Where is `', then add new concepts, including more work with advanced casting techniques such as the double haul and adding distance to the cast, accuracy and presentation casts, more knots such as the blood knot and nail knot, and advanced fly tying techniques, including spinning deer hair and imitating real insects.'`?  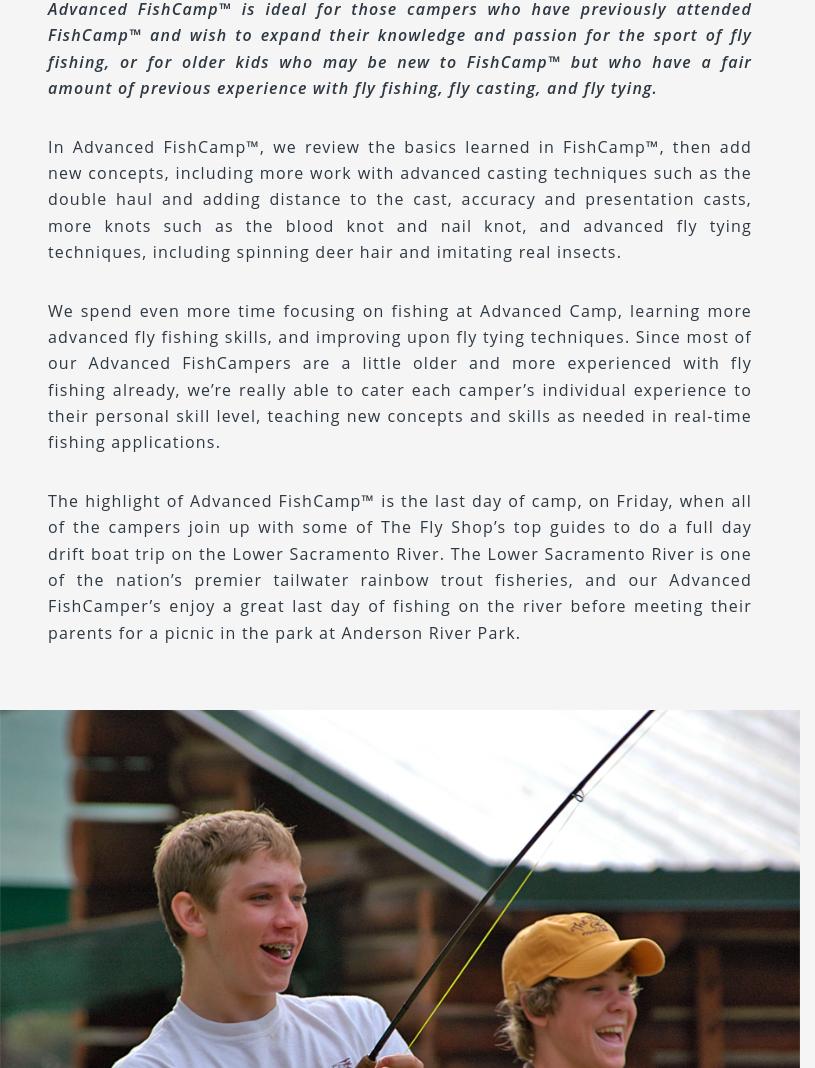
', then add new concepts, including more work with advanced casting techniques such as the double haul and adding distance to the cast, accuracy and presentation casts, more knots such as the blood knot and nail knot, and advanced fly tying techniques, including spinning deer hair and imitating real insects.' is located at coordinates (399, 198).